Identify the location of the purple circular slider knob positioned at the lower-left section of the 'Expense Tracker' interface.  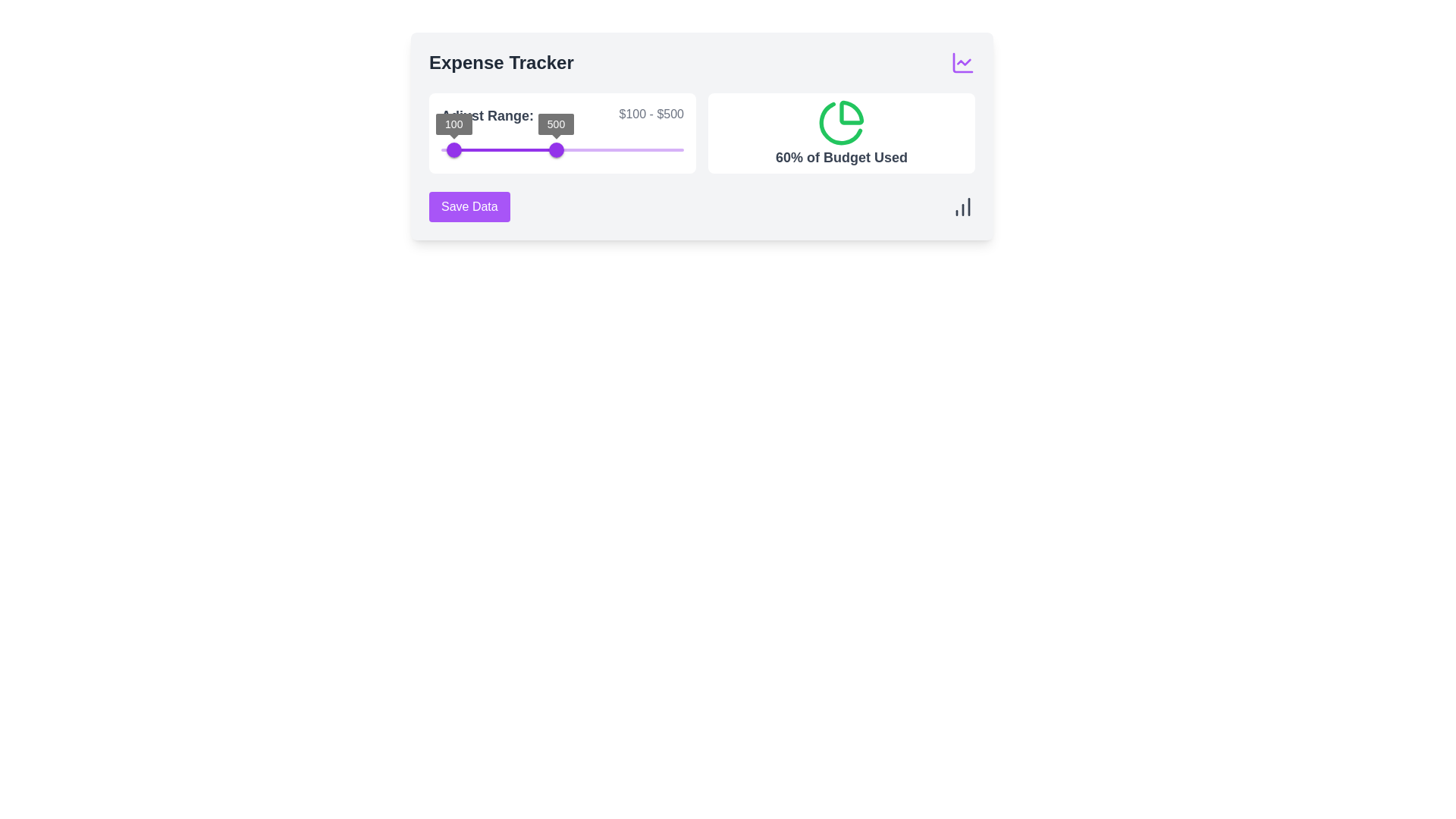
(453, 149).